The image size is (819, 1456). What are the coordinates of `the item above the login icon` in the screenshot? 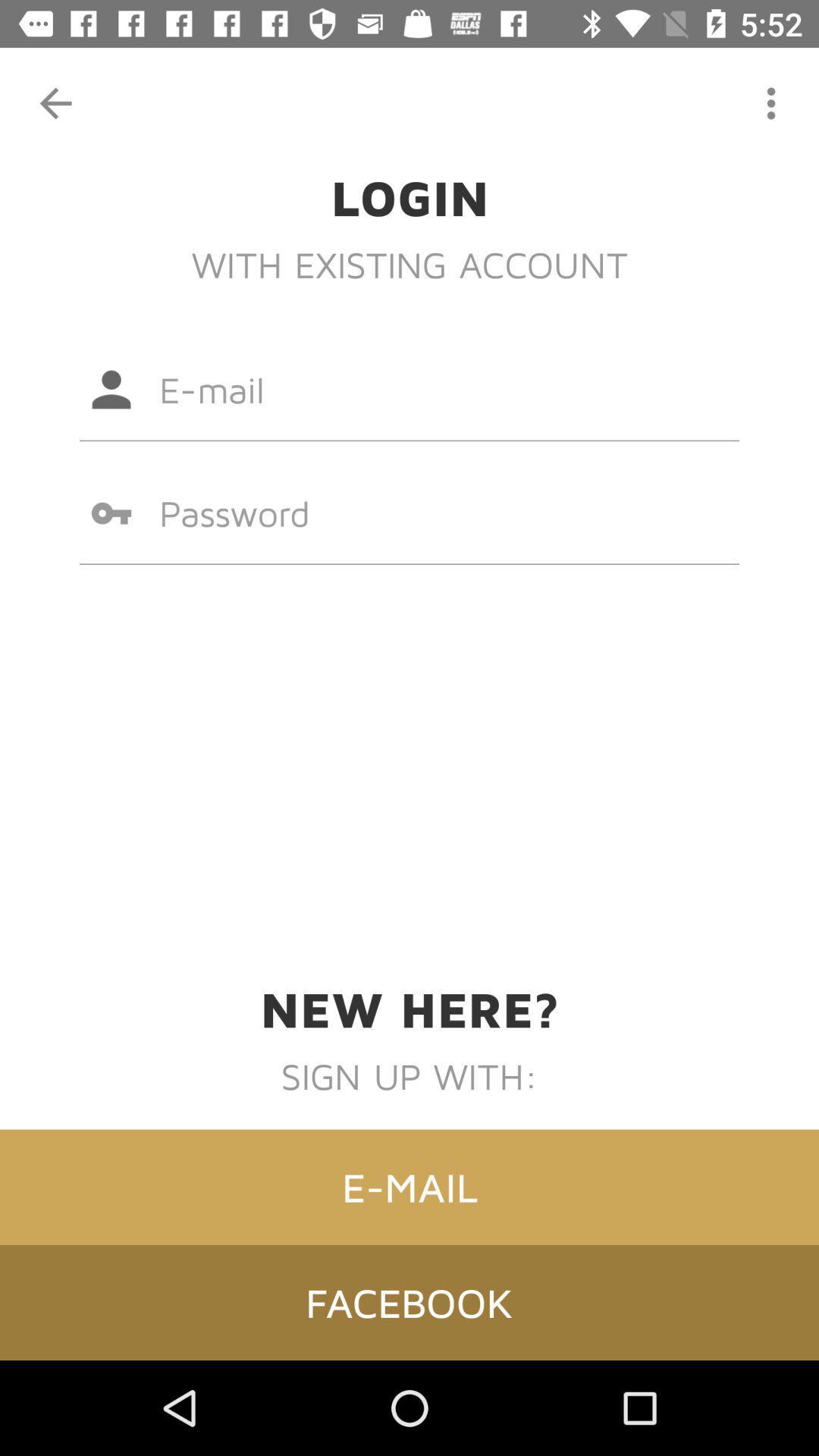 It's located at (55, 102).